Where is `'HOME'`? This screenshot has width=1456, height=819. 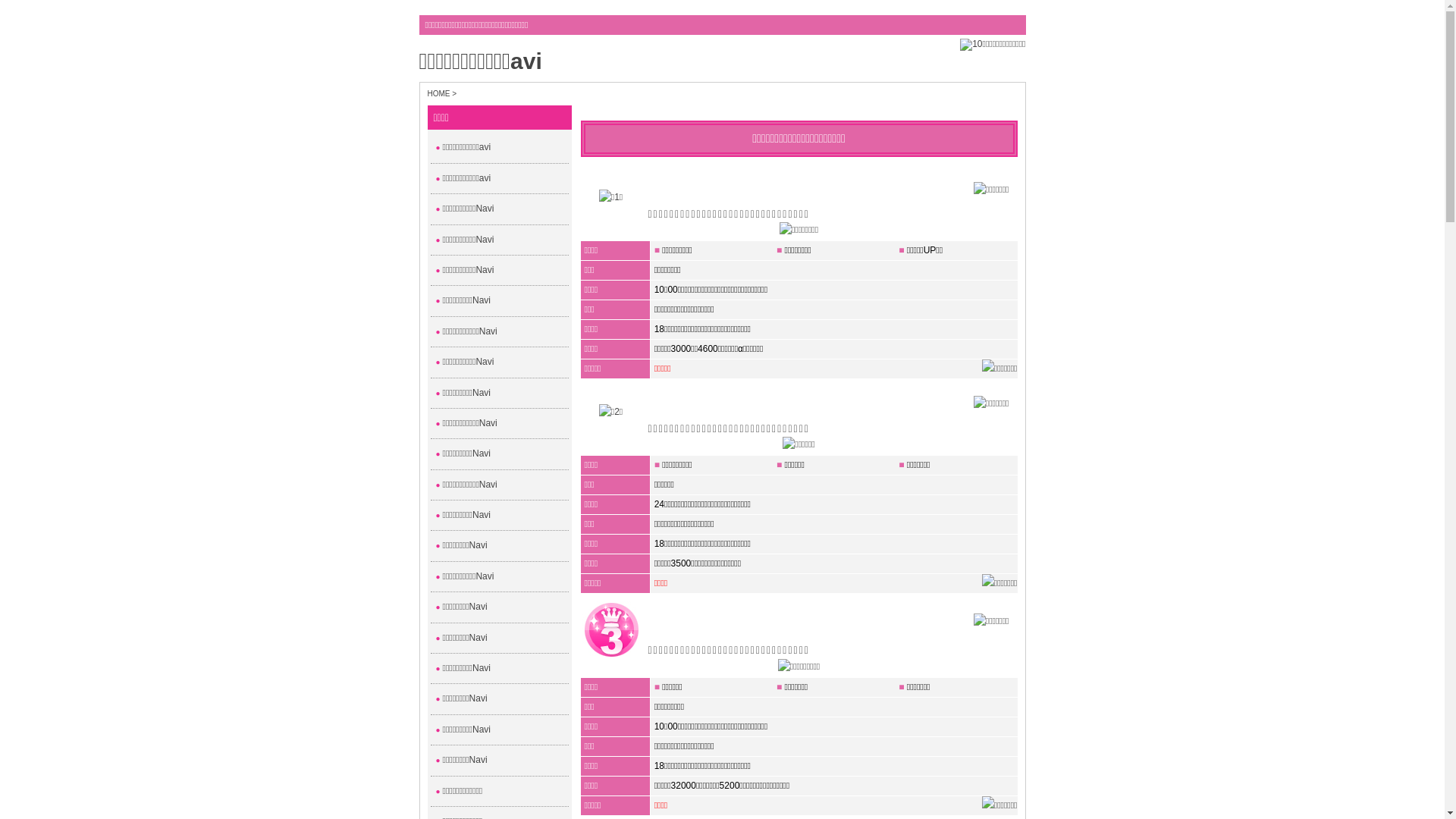
'HOME' is located at coordinates (438, 93).